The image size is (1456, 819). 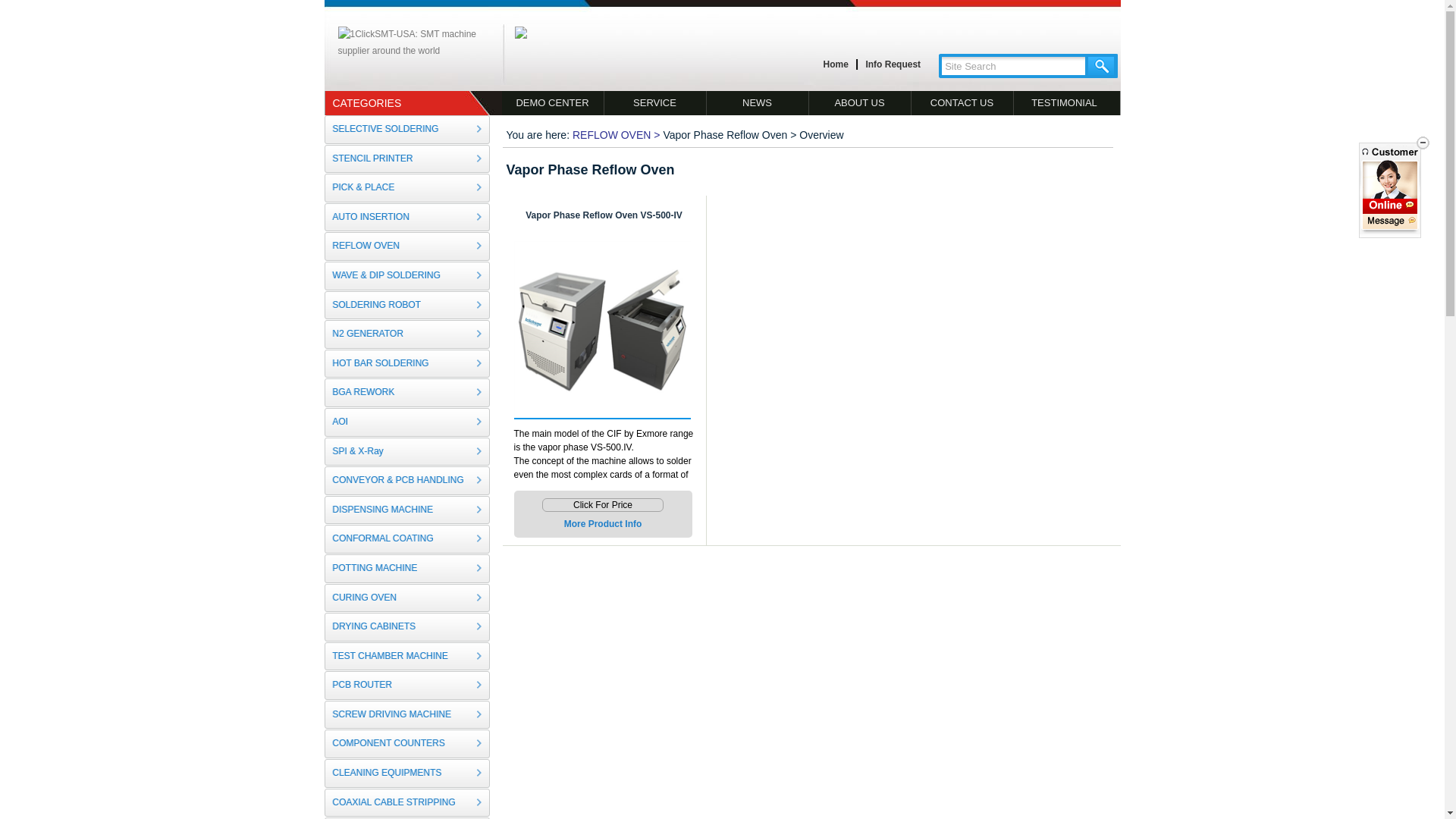 What do you see at coordinates (563, 522) in the screenshot?
I see `'More Product Info'` at bounding box center [563, 522].